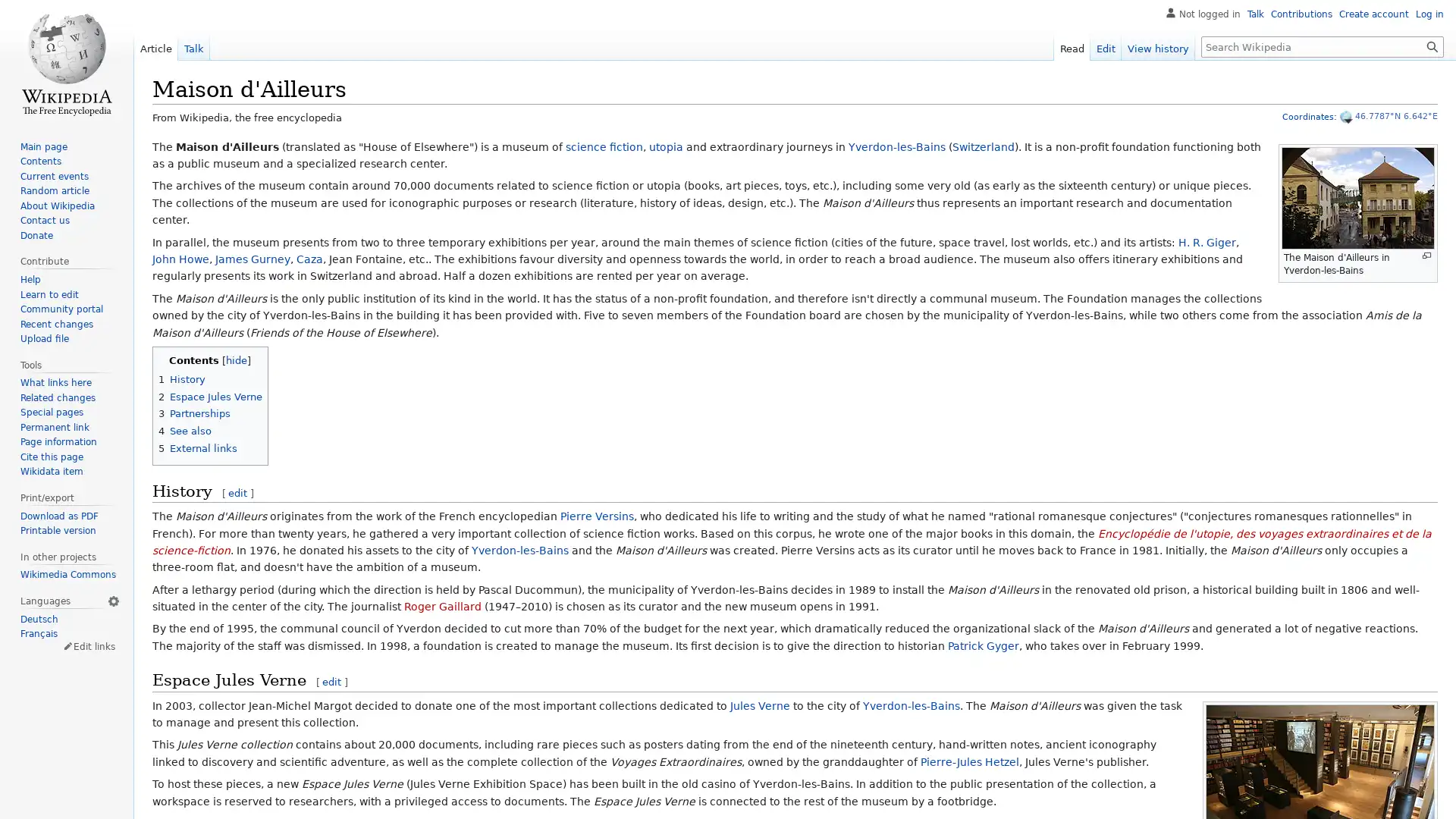  Describe the element at coordinates (1432, 45) in the screenshot. I see `Go` at that location.